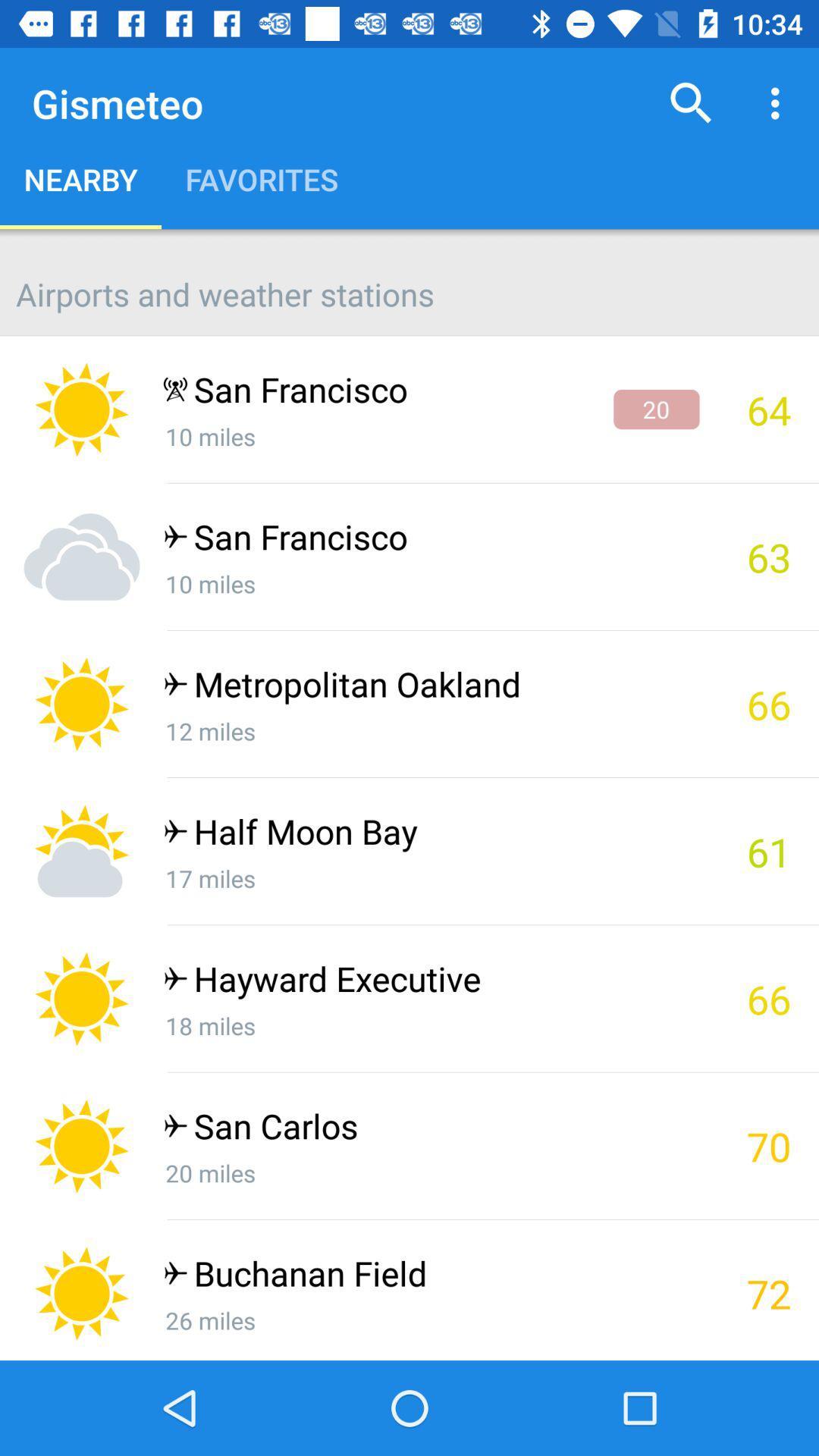  I want to click on the 20 miles, so click(431, 1172).